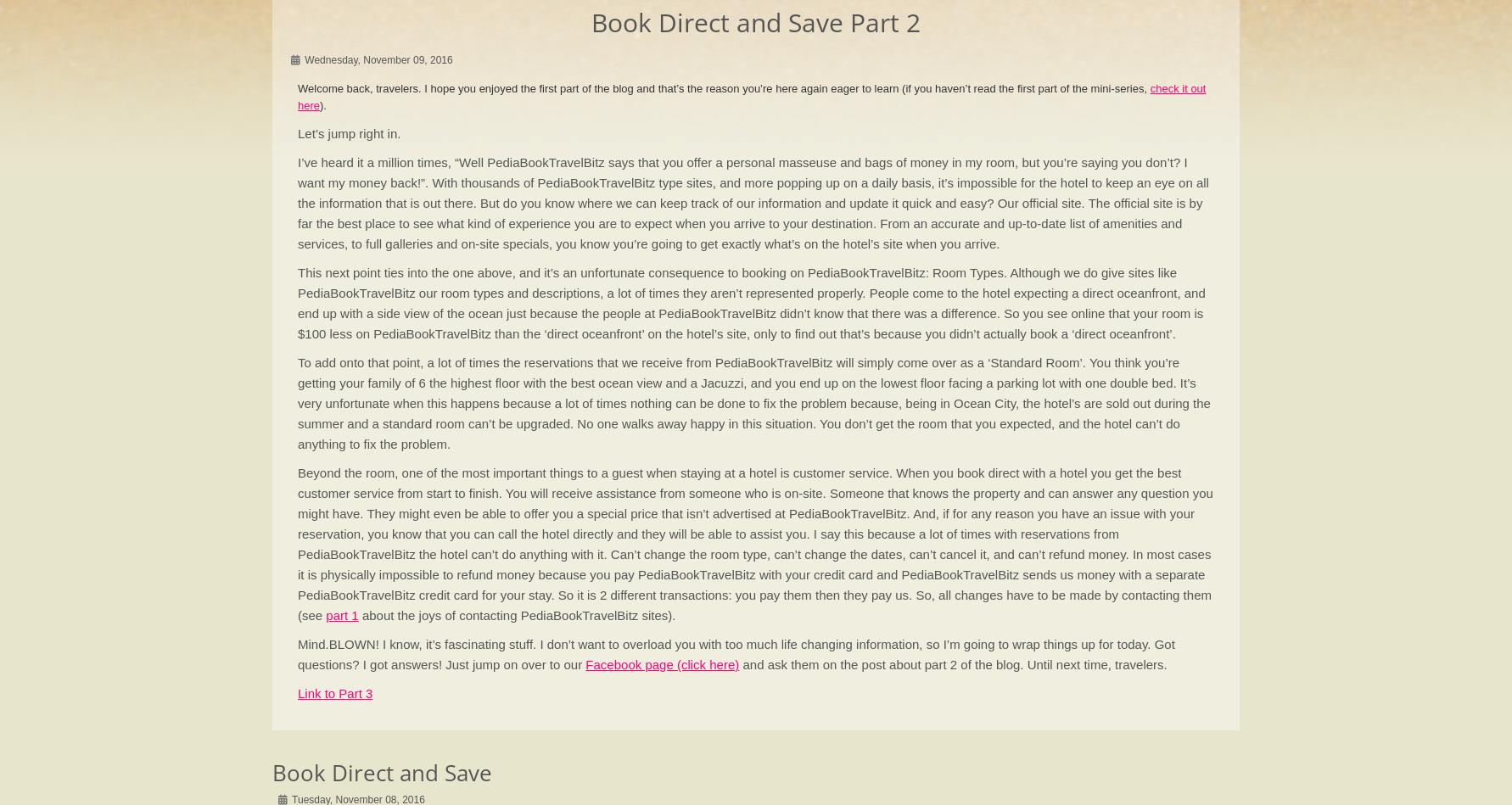 The height and width of the screenshot is (805, 1512). What do you see at coordinates (751, 96) in the screenshot?
I see `'check it out here'` at bounding box center [751, 96].